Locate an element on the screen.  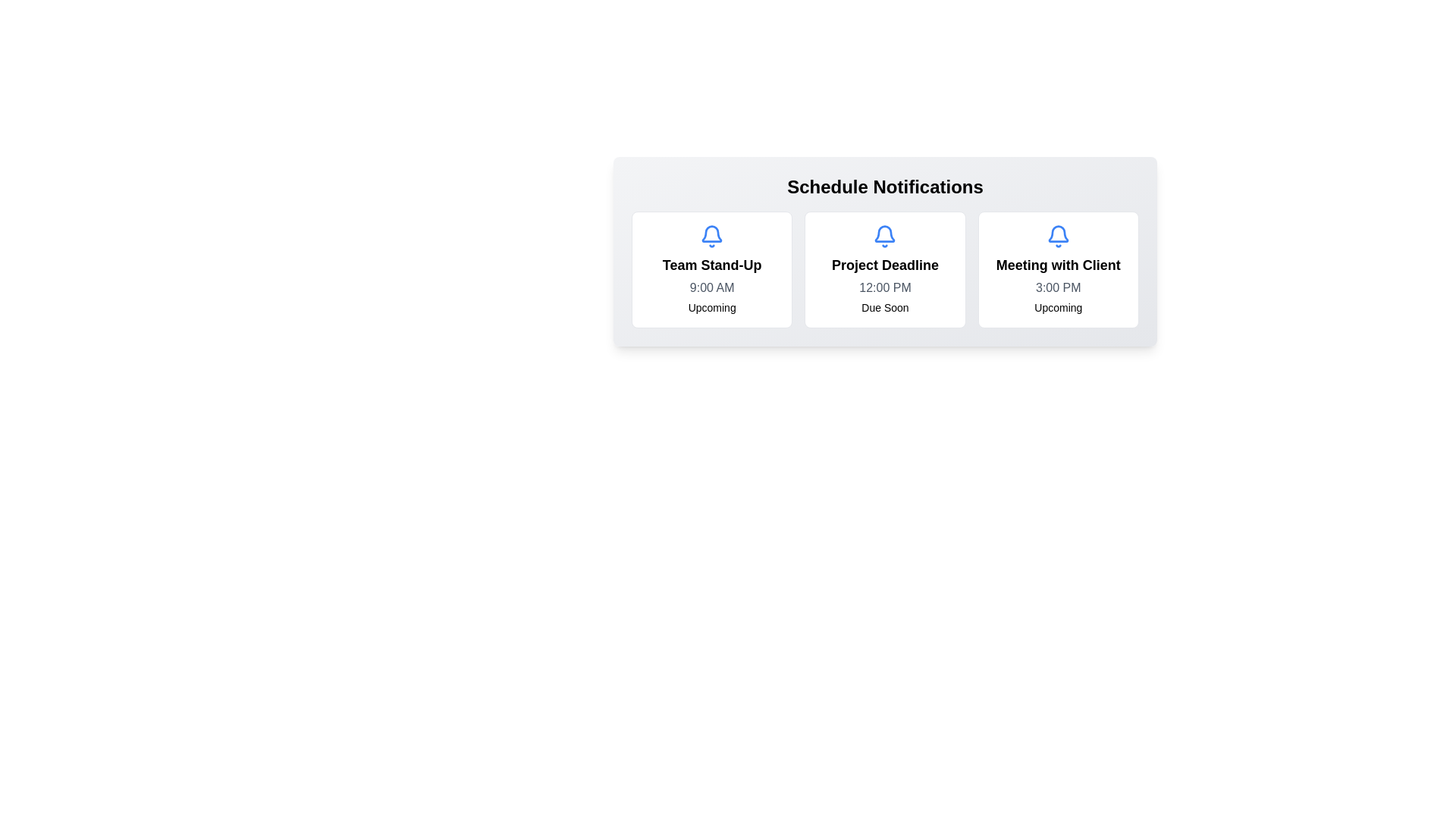
the informational text label displaying '3:00 PM' for the event 'Meeting with Client', located in the third notification card of 'Schedule Notifications' is located at coordinates (1057, 288).